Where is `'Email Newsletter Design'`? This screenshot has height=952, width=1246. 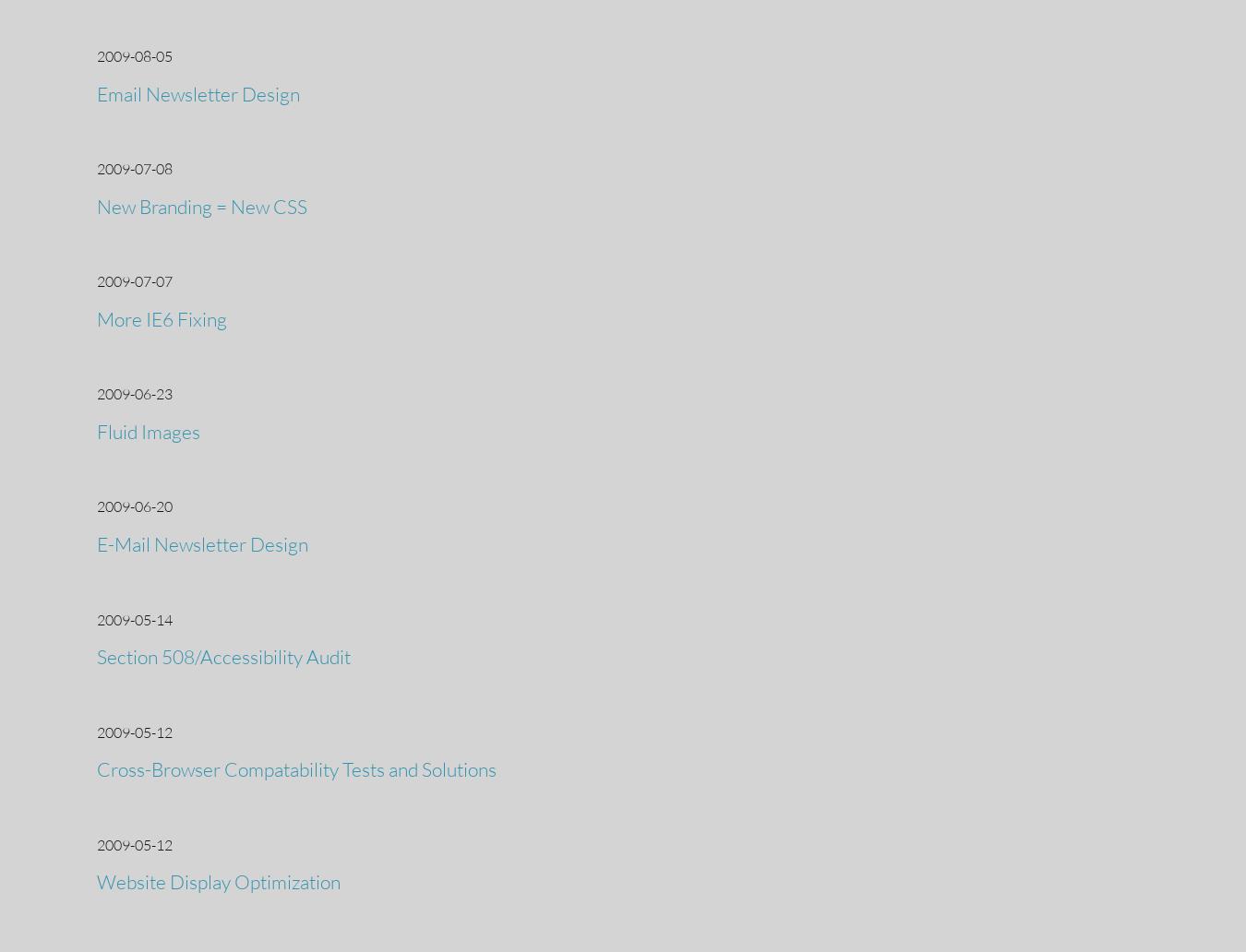
'Email Newsletter Design' is located at coordinates (198, 93).